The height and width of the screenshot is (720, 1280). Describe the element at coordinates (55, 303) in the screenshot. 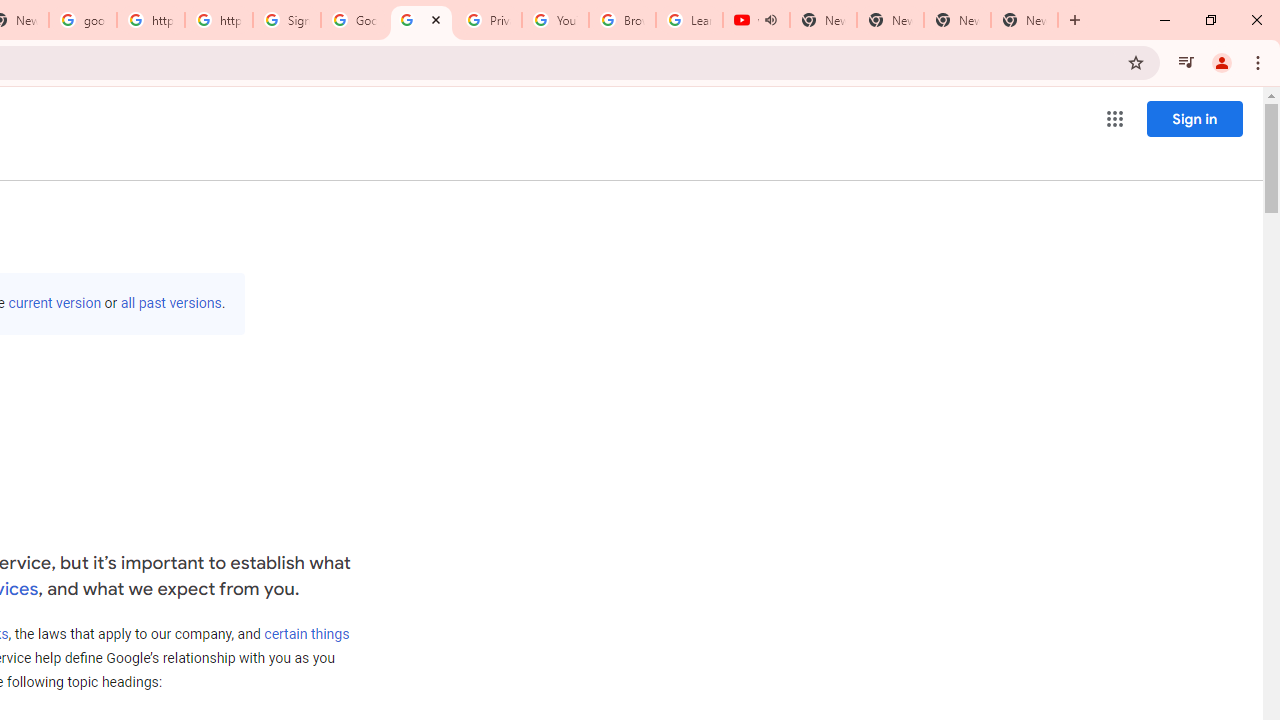

I see `'current version'` at that location.